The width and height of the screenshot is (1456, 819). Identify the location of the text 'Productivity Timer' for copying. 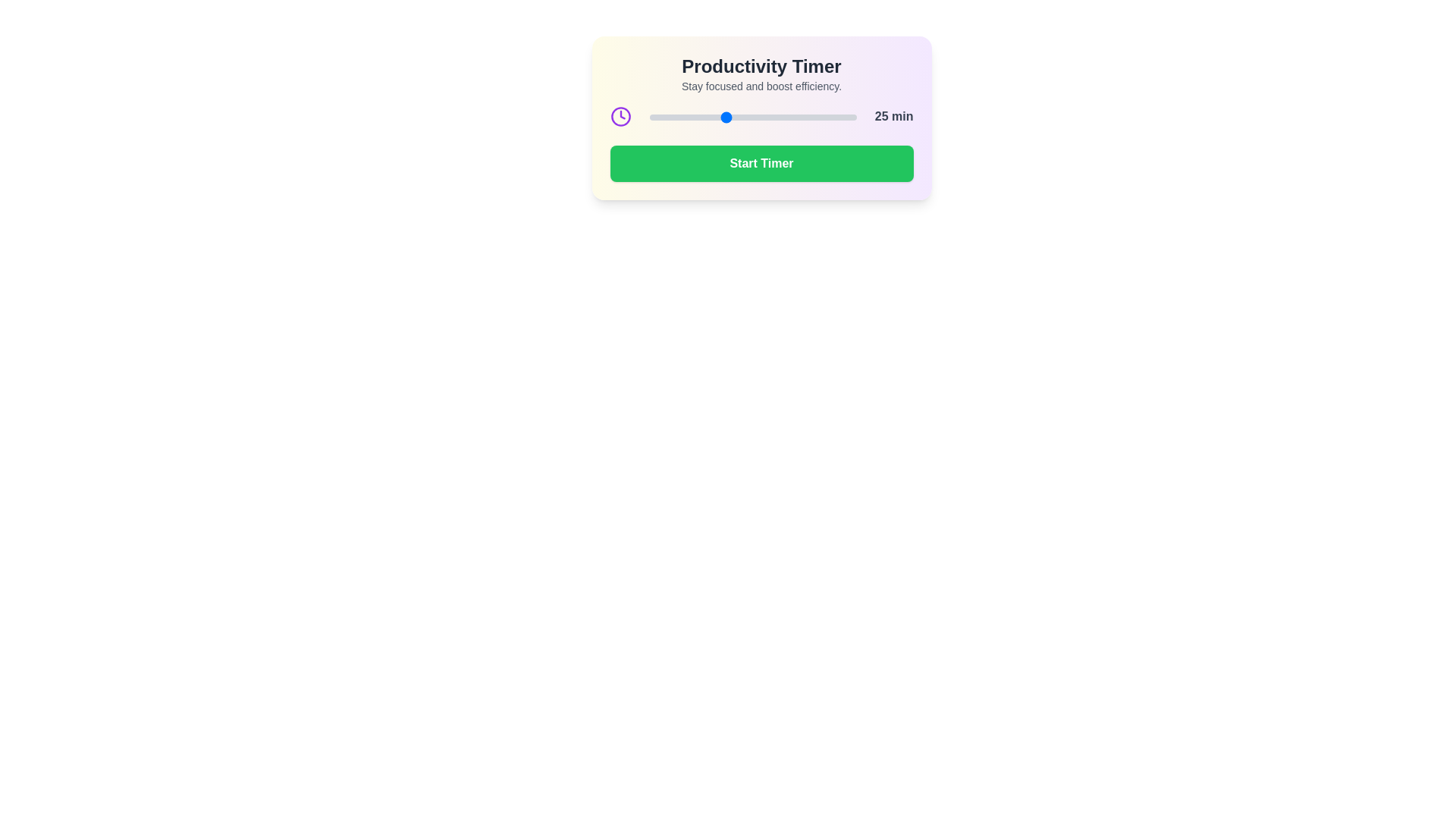
(761, 66).